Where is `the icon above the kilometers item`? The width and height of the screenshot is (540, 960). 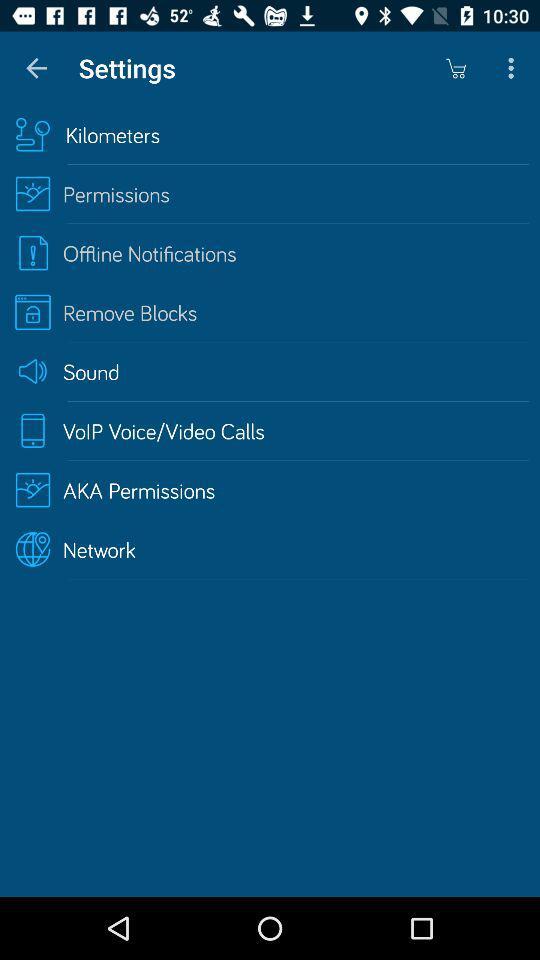 the icon above the kilometers item is located at coordinates (513, 68).